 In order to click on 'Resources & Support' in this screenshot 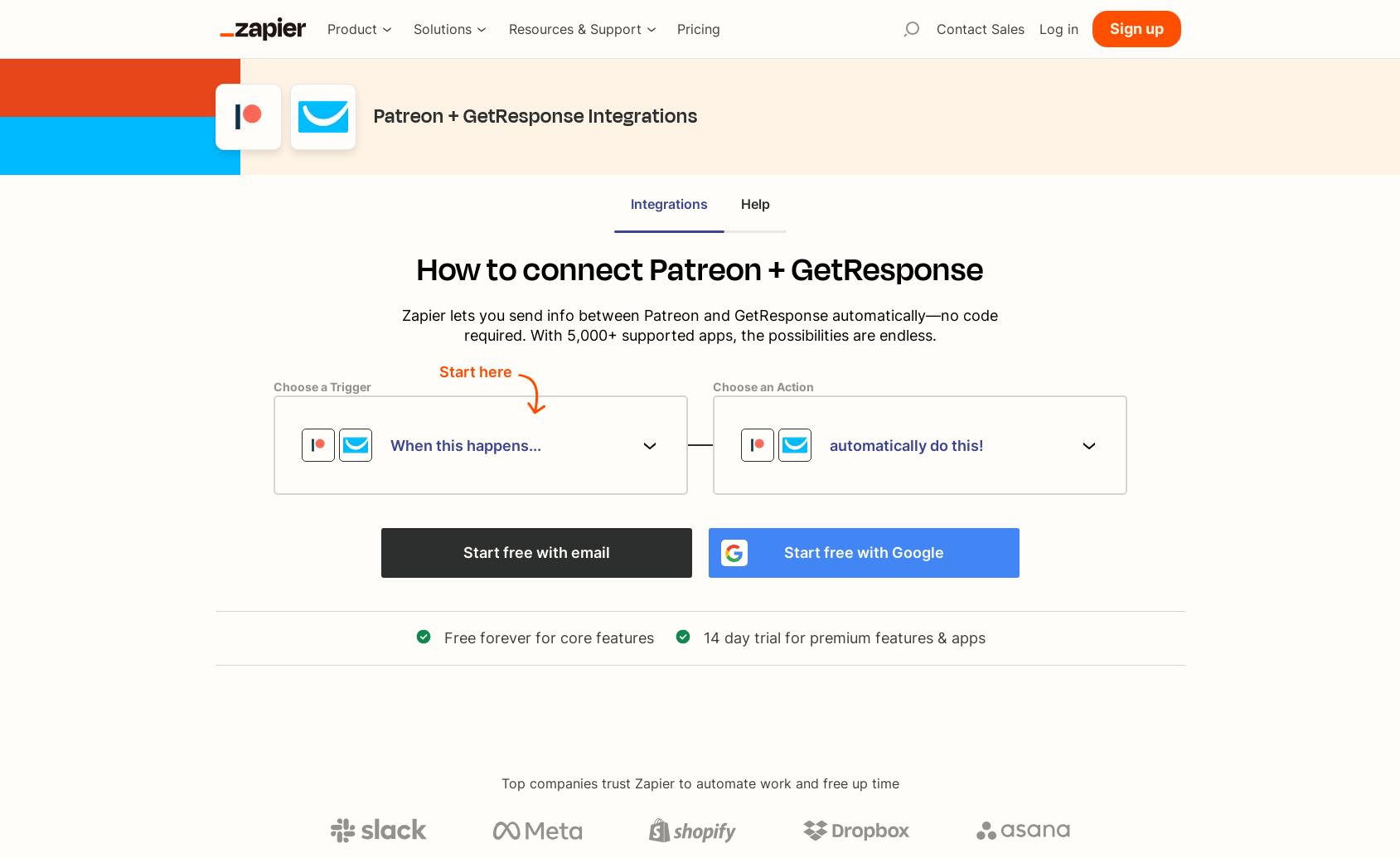, I will do `click(574, 28)`.